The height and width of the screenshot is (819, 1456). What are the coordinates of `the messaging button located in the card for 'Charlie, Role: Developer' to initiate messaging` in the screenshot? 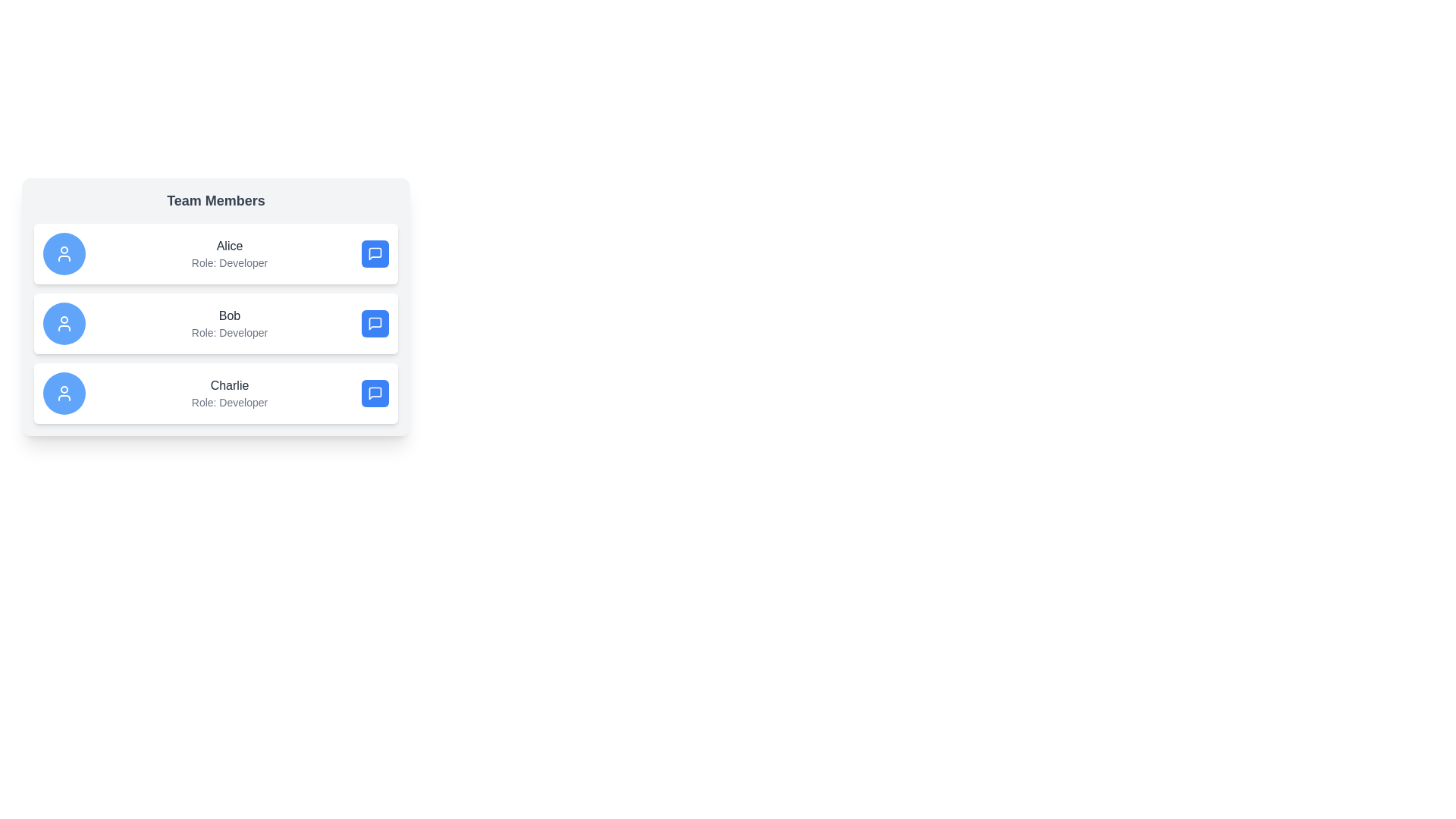 It's located at (375, 393).